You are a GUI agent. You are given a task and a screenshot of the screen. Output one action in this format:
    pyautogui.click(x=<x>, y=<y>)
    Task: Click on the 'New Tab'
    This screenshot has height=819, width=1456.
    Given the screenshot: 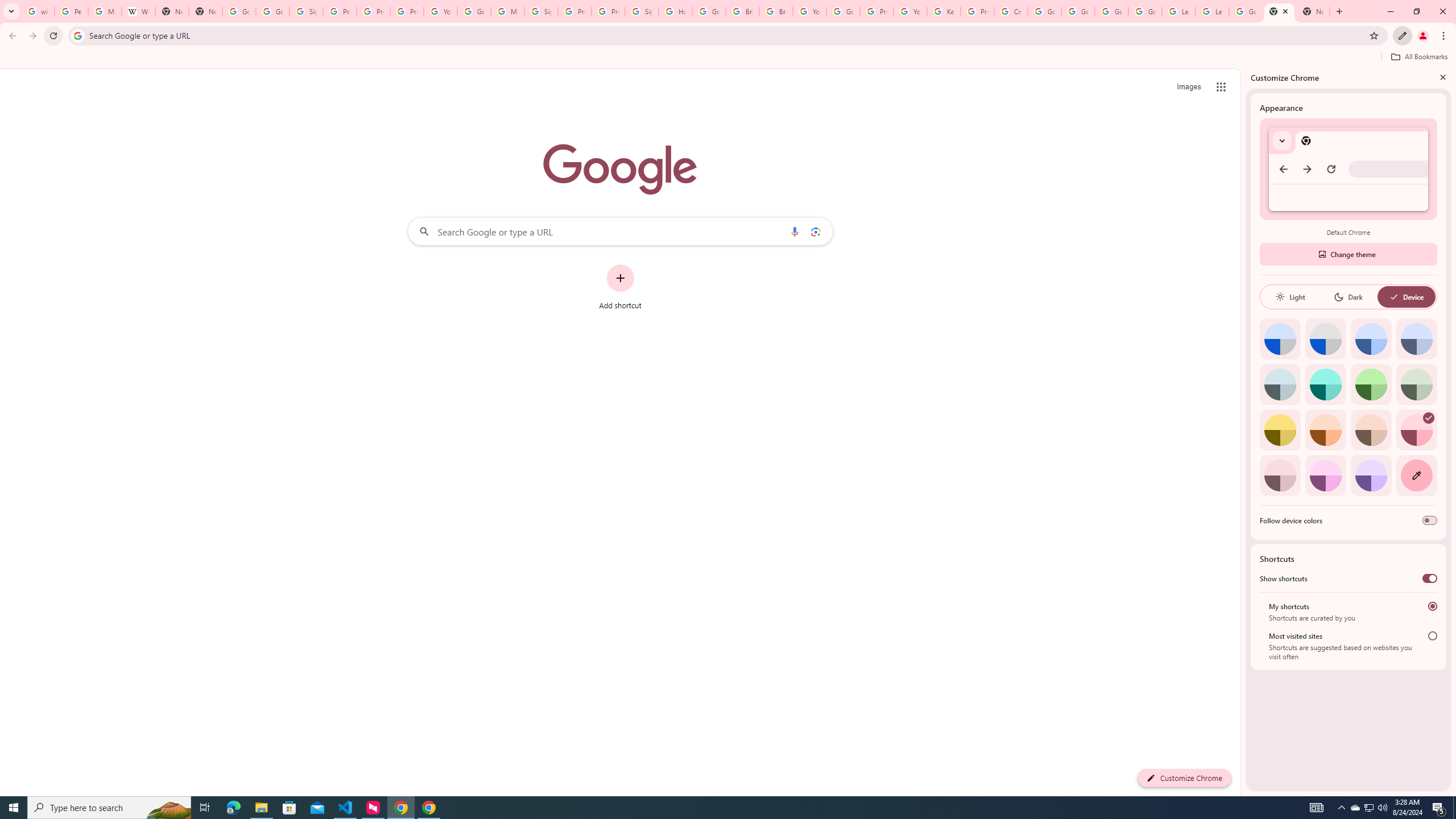 What is the action you would take?
    pyautogui.click(x=1313, y=11)
    